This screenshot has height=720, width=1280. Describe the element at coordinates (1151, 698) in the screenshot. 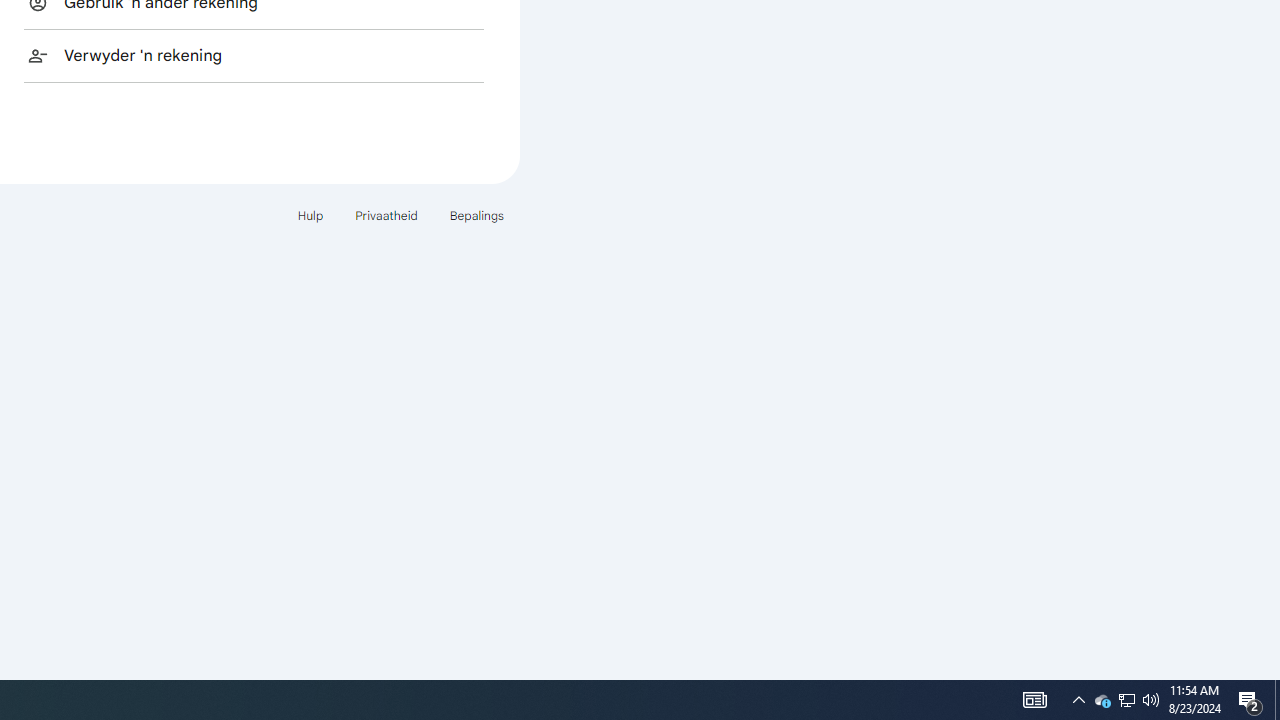

I see `'Q2790: 100%'` at that location.